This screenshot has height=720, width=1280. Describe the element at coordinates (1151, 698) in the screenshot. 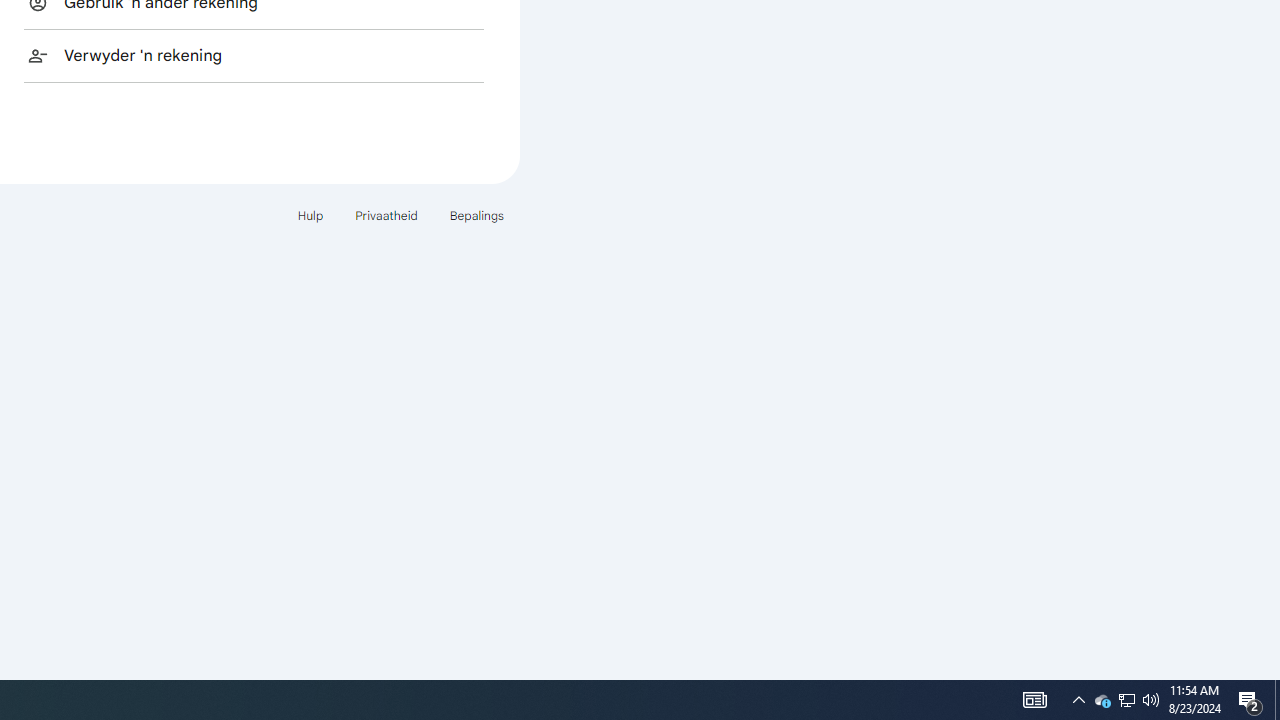

I see `'Q2790: 100%'` at that location.